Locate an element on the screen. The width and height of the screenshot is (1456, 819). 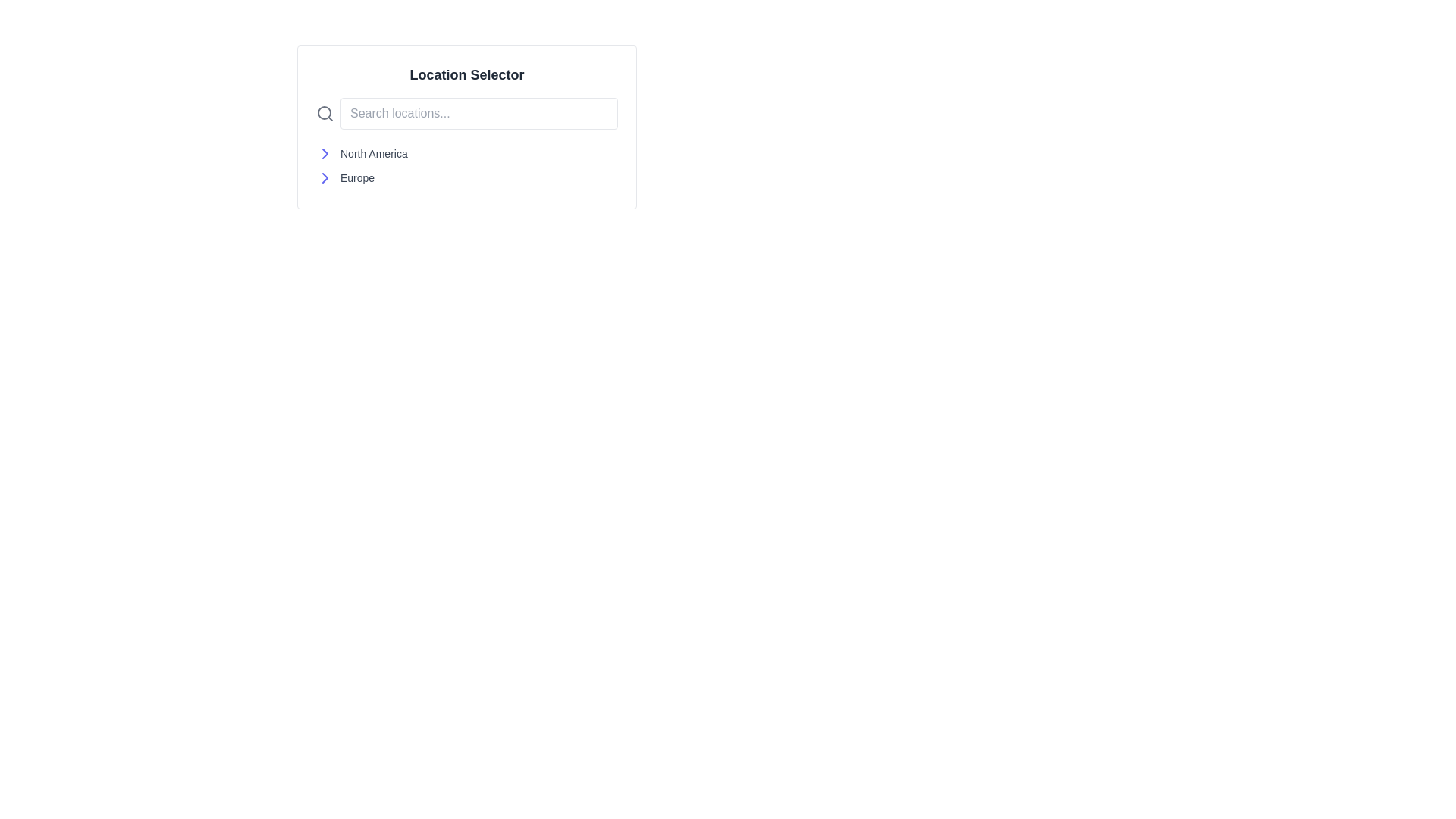
the circular part of the magnifying glass icon, which is located to the left of the 'Search locations...' text input field is located at coordinates (323, 112).